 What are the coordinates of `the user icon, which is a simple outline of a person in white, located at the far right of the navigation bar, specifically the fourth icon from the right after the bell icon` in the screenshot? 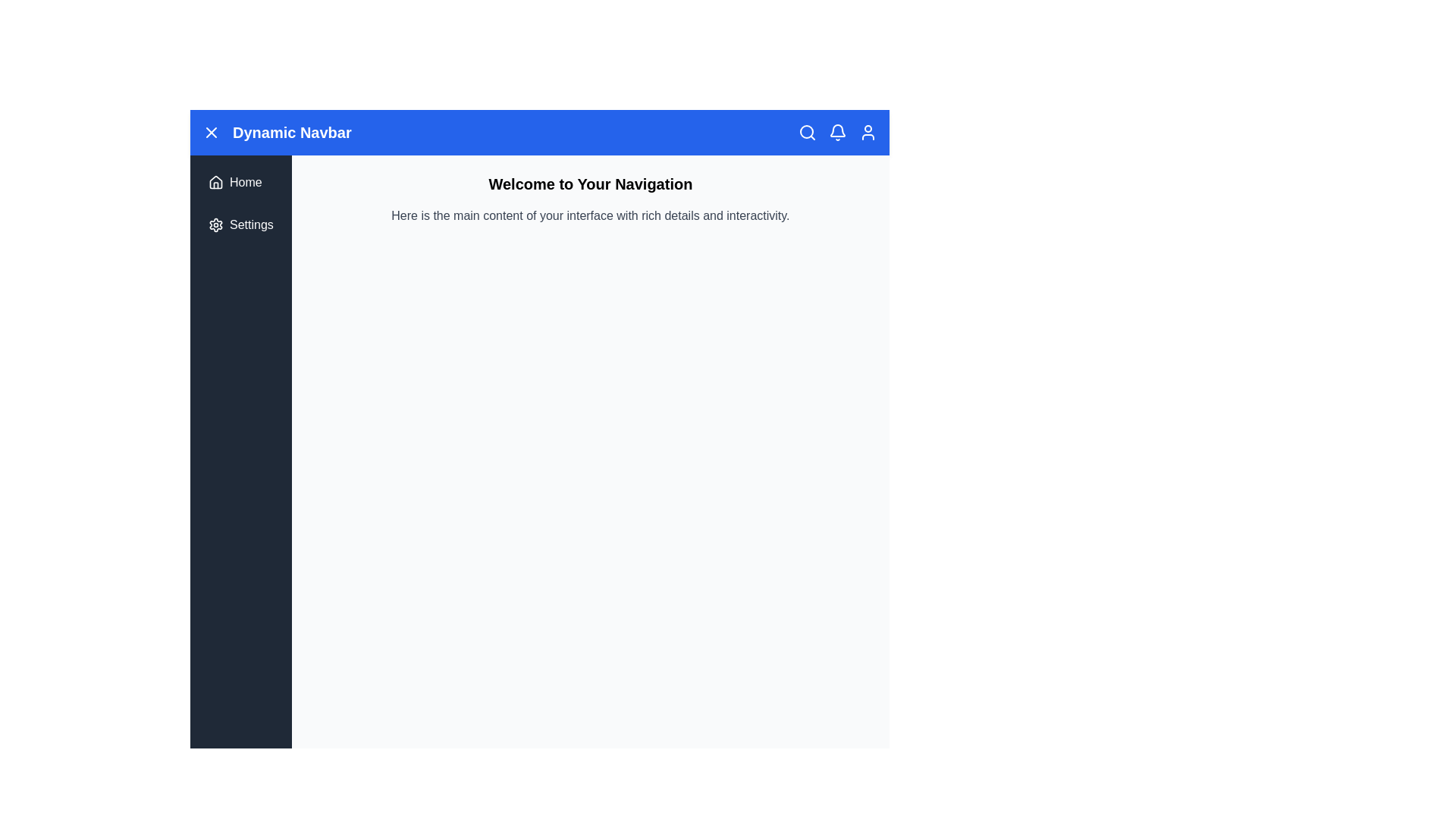 It's located at (868, 131).